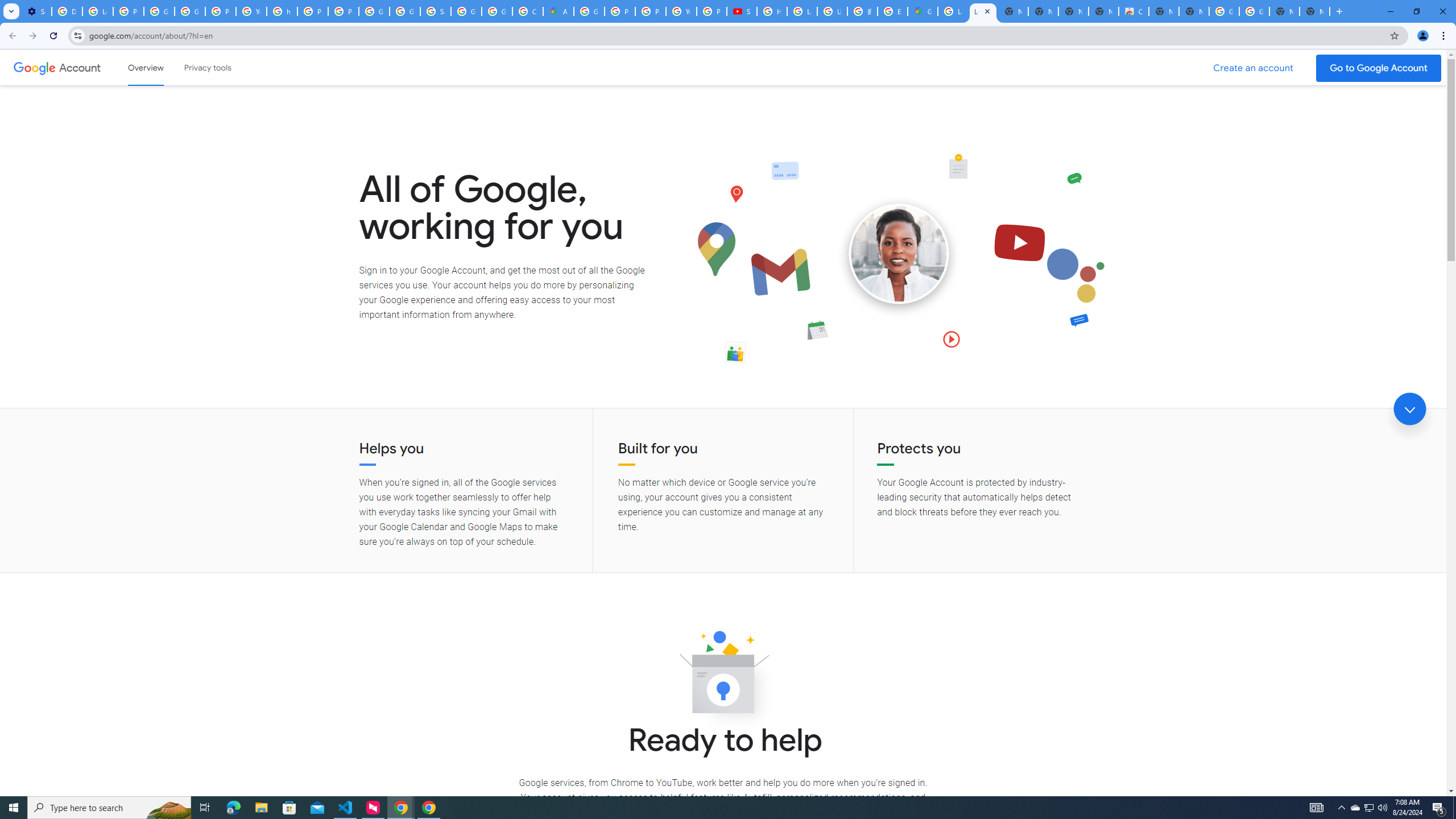 The height and width of the screenshot is (819, 1456). Describe the element at coordinates (251, 11) in the screenshot. I see `'YouTube'` at that location.